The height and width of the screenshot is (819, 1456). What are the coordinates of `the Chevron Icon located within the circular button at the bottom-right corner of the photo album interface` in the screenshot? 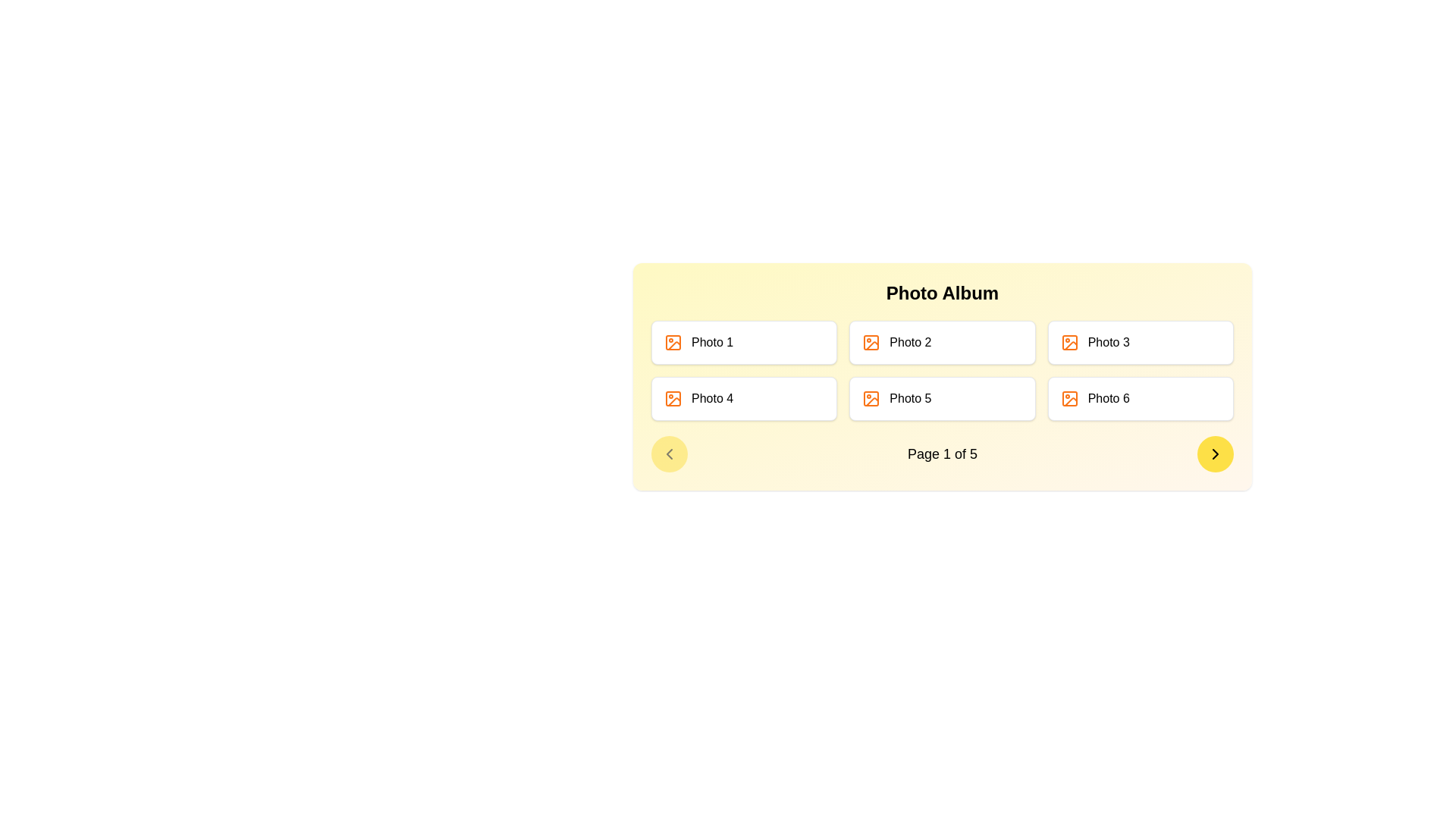 It's located at (1216, 453).